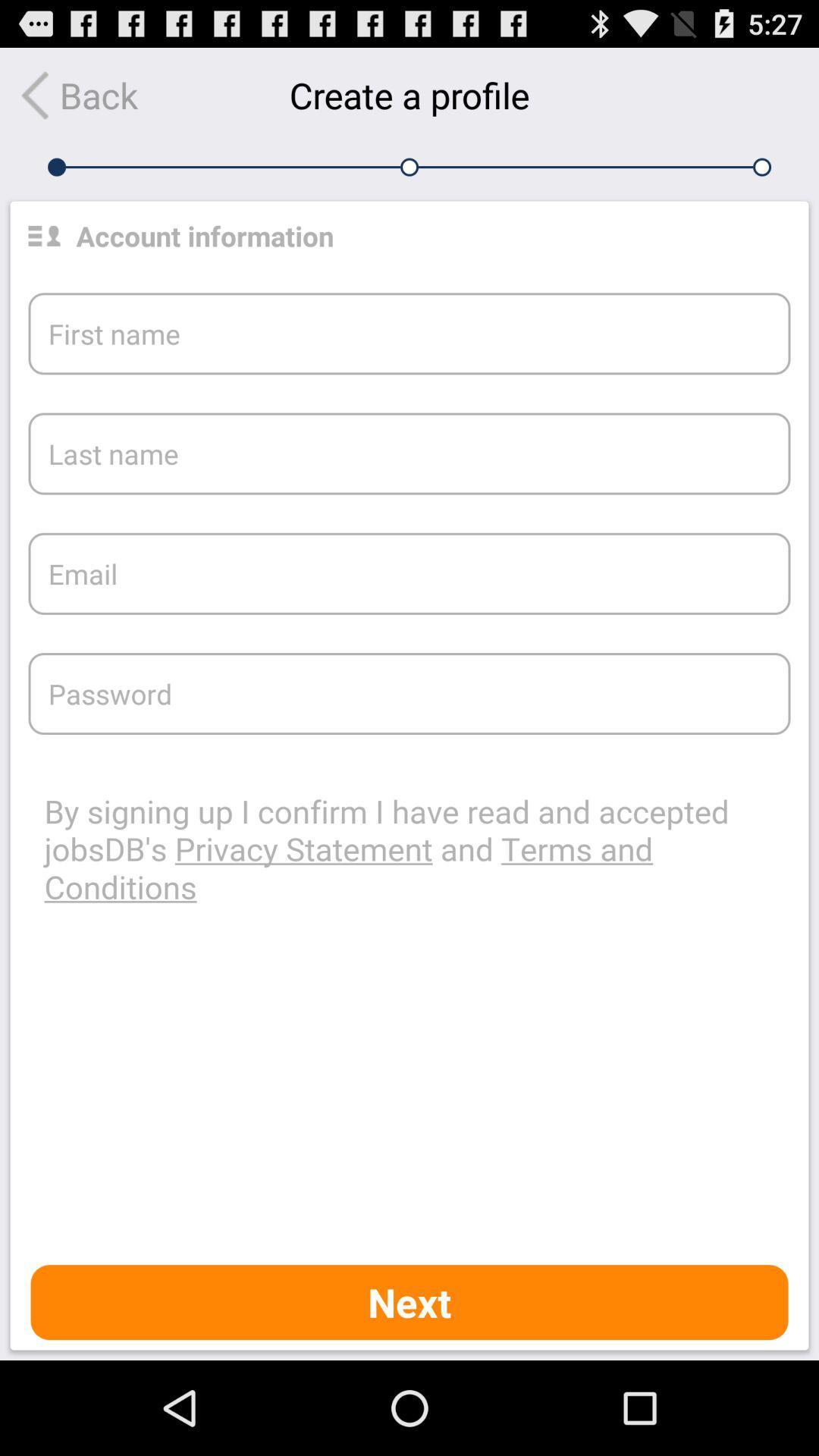 This screenshot has width=819, height=1456. What do you see at coordinates (409, 1301) in the screenshot?
I see `the next button` at bounding box center [409, 1301].